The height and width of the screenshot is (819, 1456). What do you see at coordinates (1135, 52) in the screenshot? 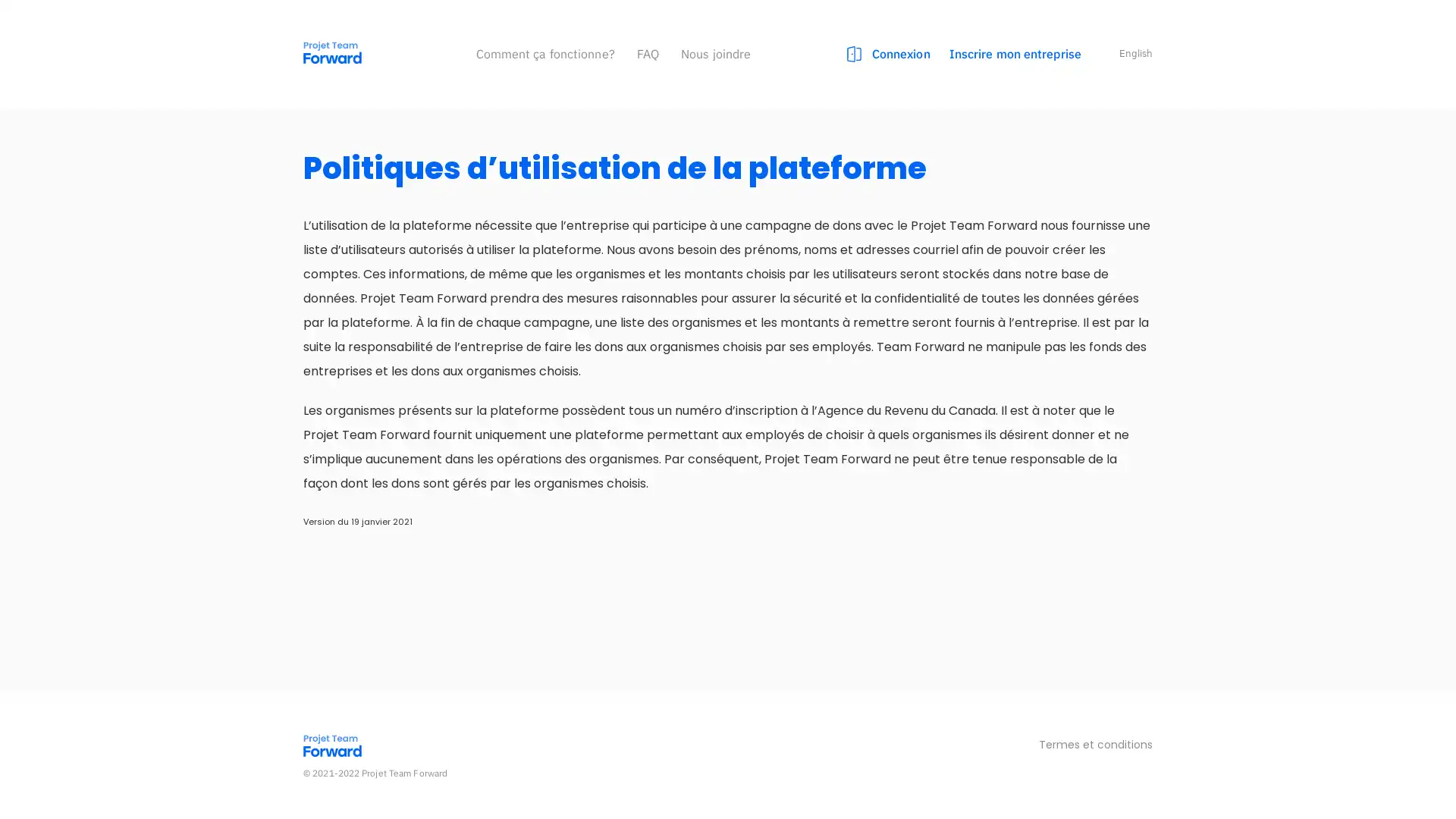
I see `English` at bounding box center [1135, 52].